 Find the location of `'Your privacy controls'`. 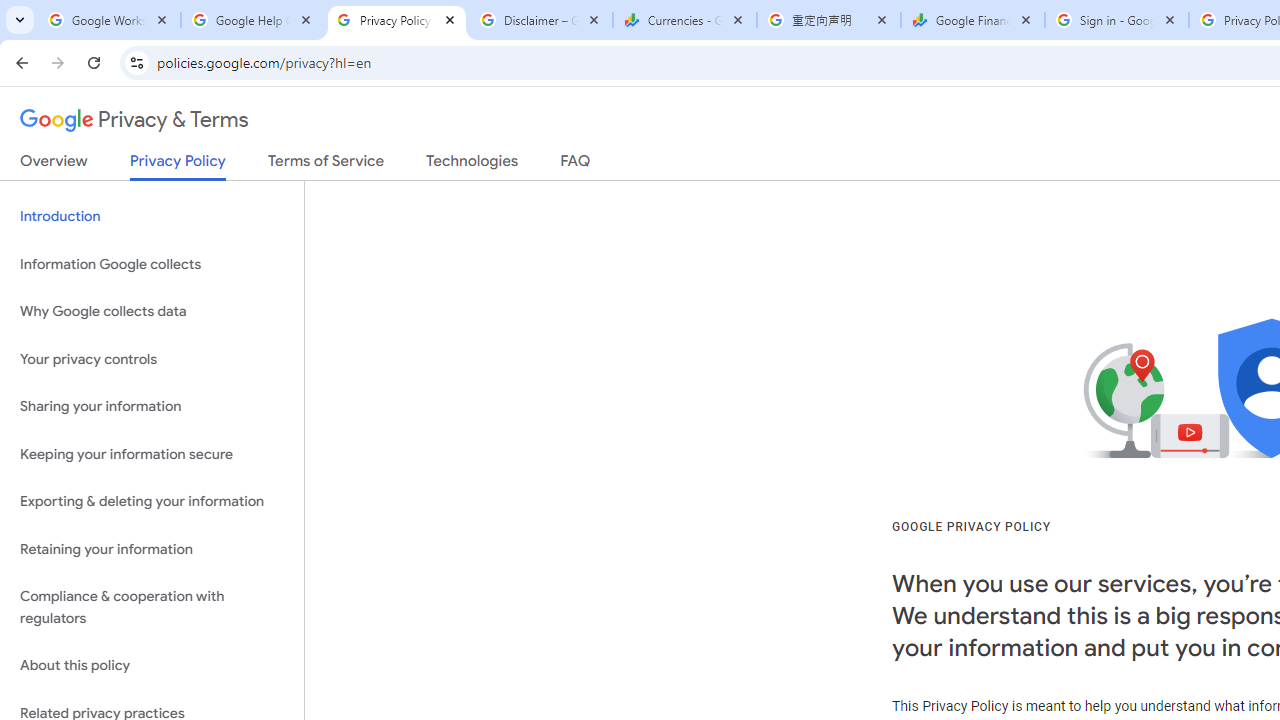

'Your privacy controls' is located at coordinates (151, 358).